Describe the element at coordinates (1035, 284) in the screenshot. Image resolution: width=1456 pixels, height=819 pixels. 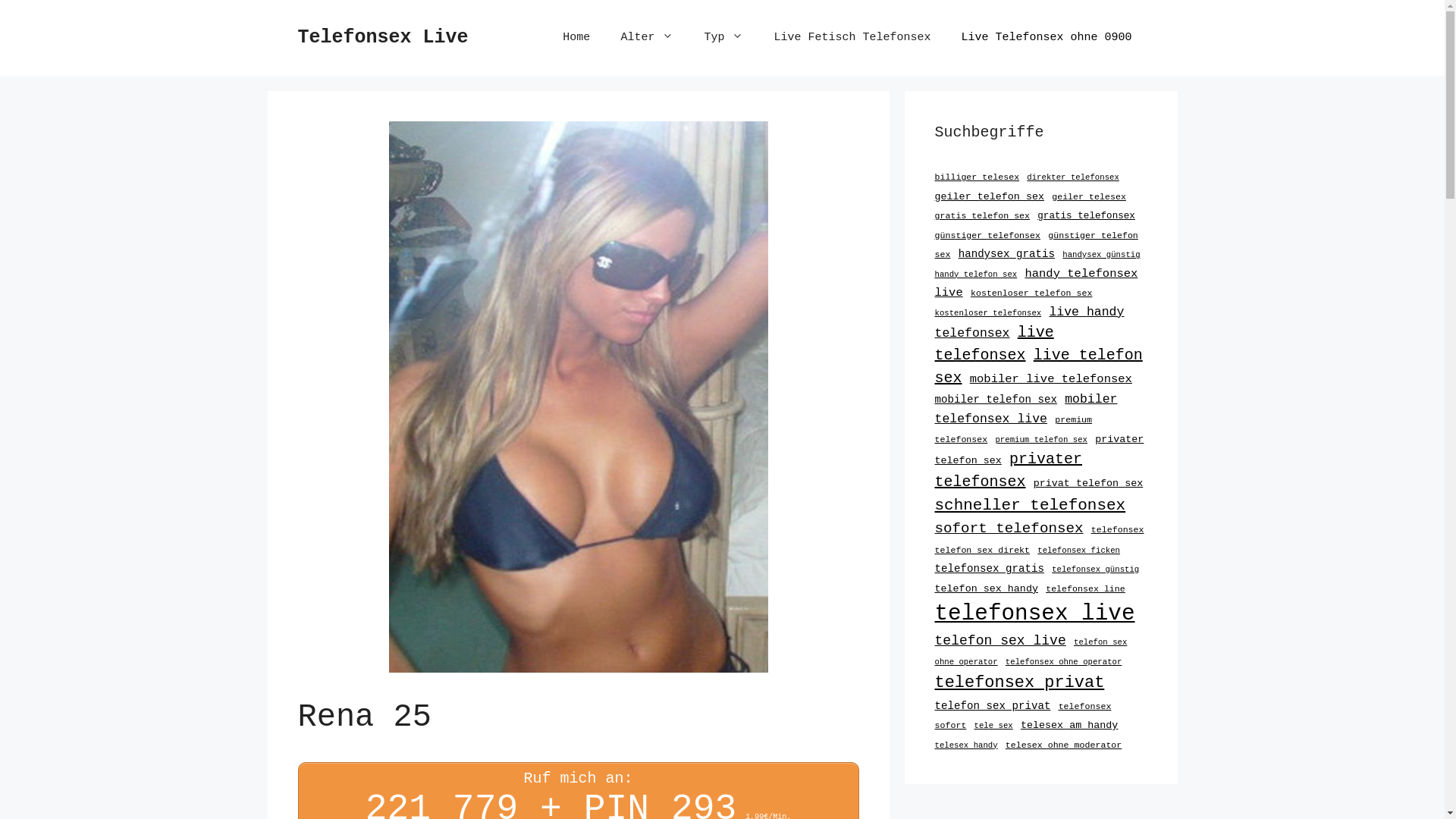
I see `'handy telefonsex live'` at that location.